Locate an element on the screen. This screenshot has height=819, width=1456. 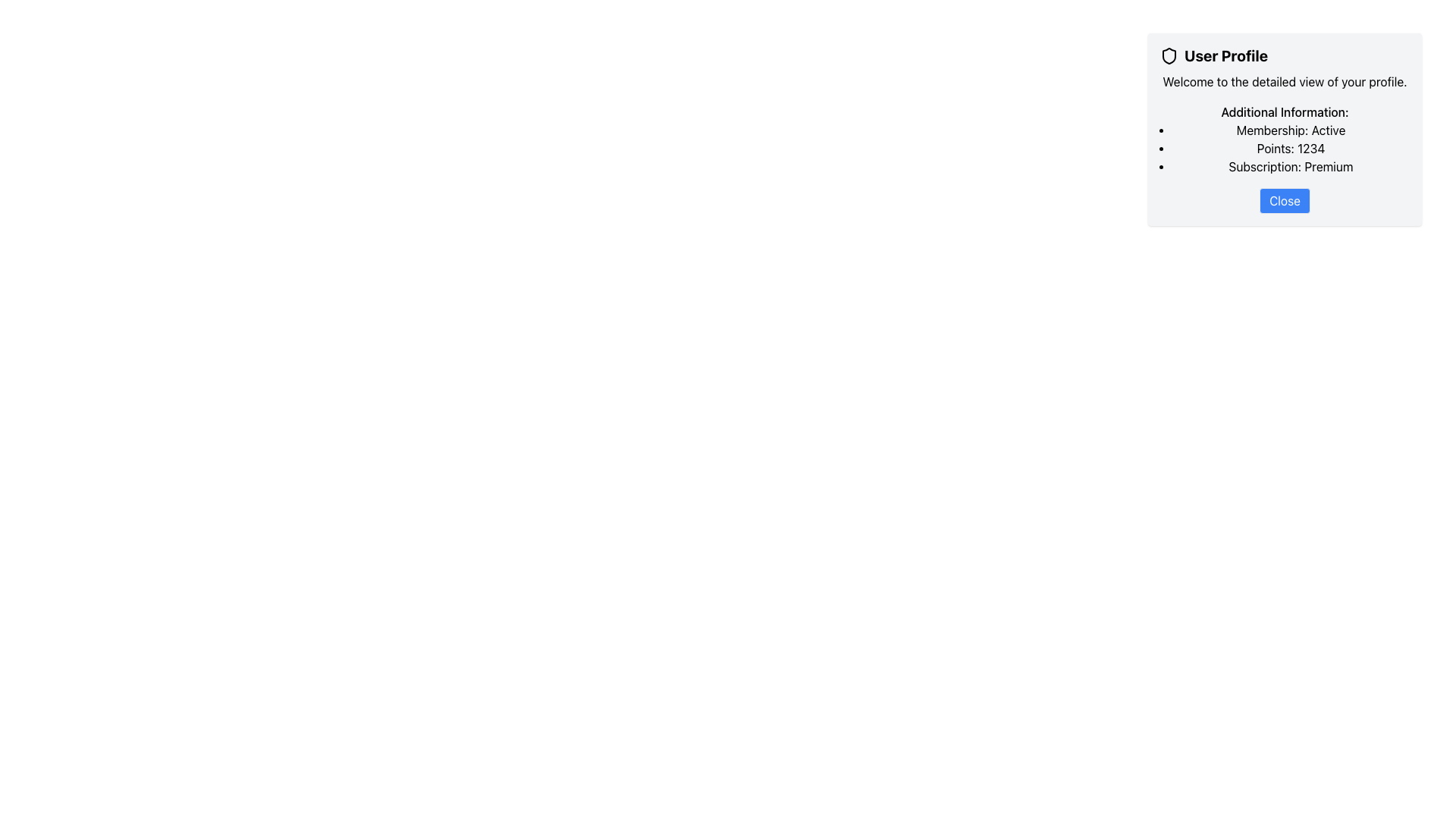
the shield-shaped SVG icon located at the top-left corner of the 'User Profile' card is located at coordinates (1168, 55).